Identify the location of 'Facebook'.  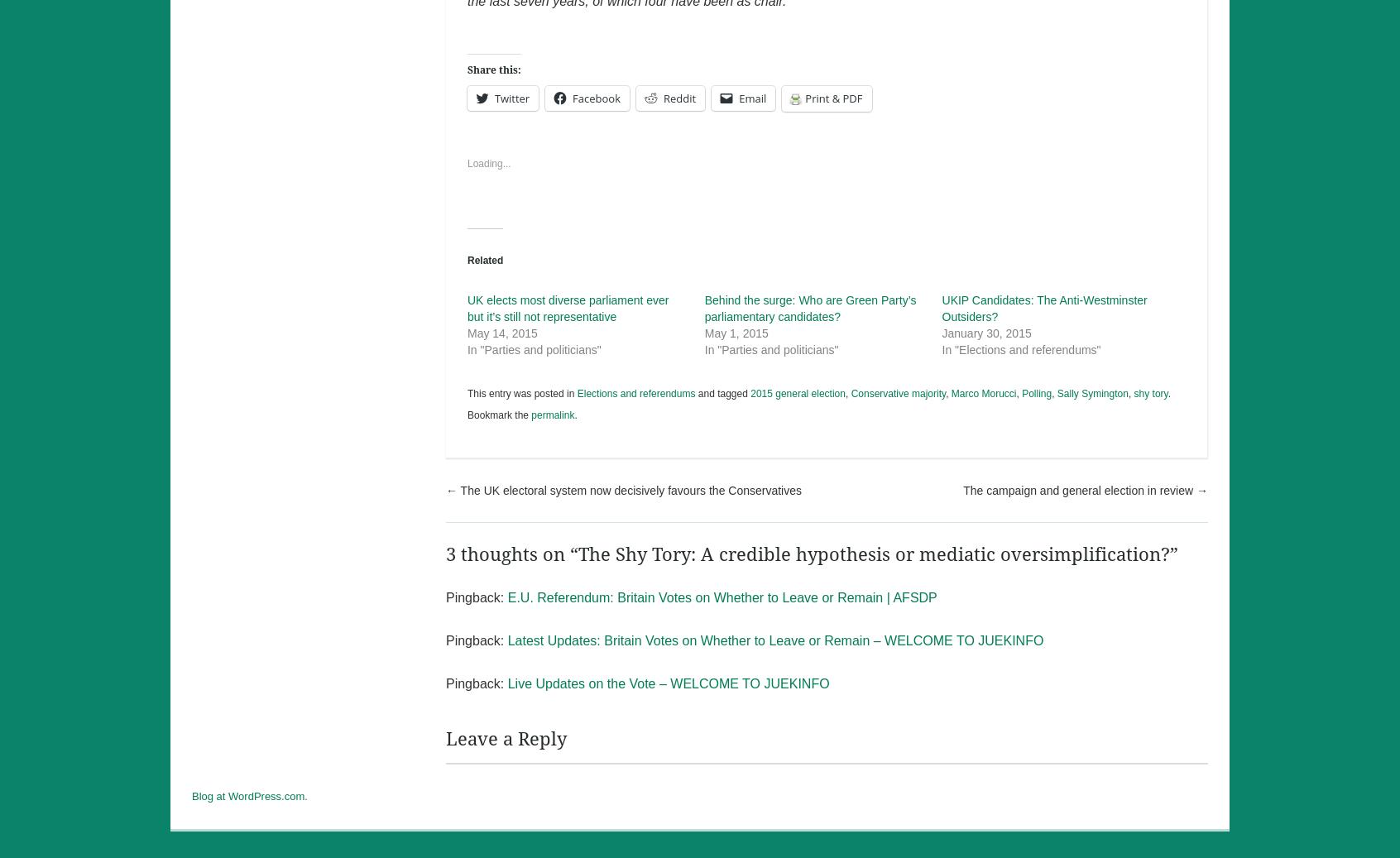
(573, 98).